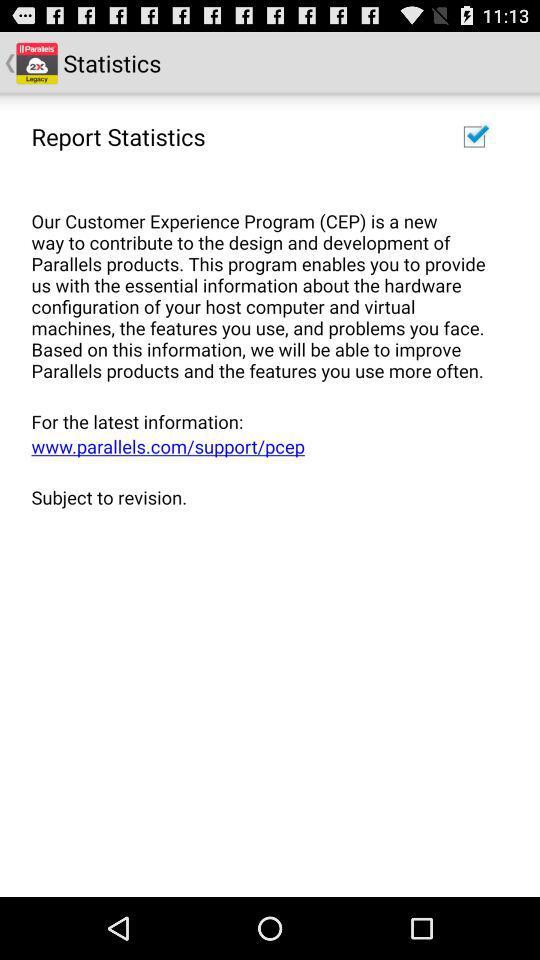  What do you see at coordinates (473, 135) in the screenshot?
I see `the app to the right of the report statistics` at bounding box center [473, 135].